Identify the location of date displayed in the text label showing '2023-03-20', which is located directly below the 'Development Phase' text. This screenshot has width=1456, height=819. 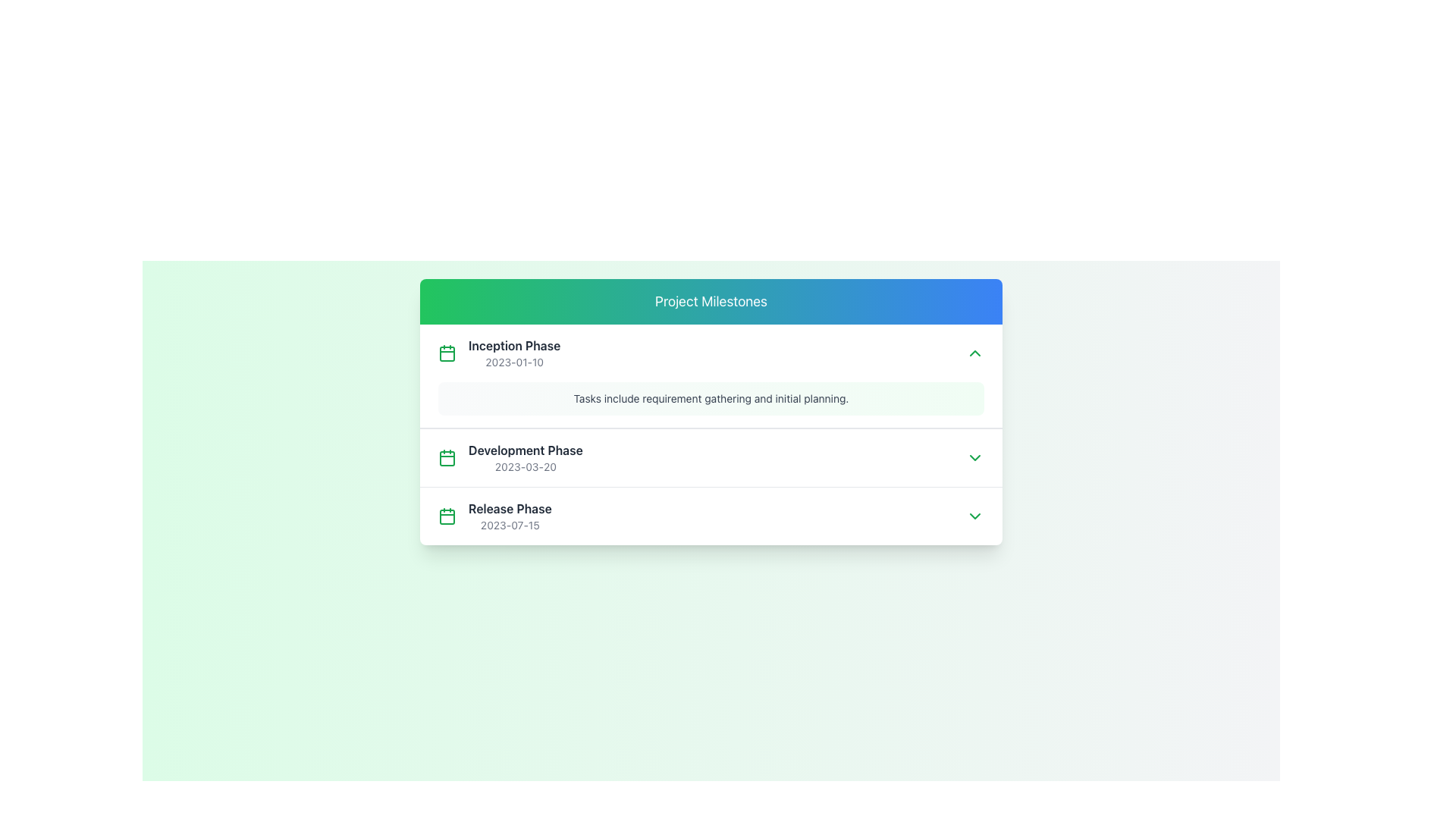
(526, 466).